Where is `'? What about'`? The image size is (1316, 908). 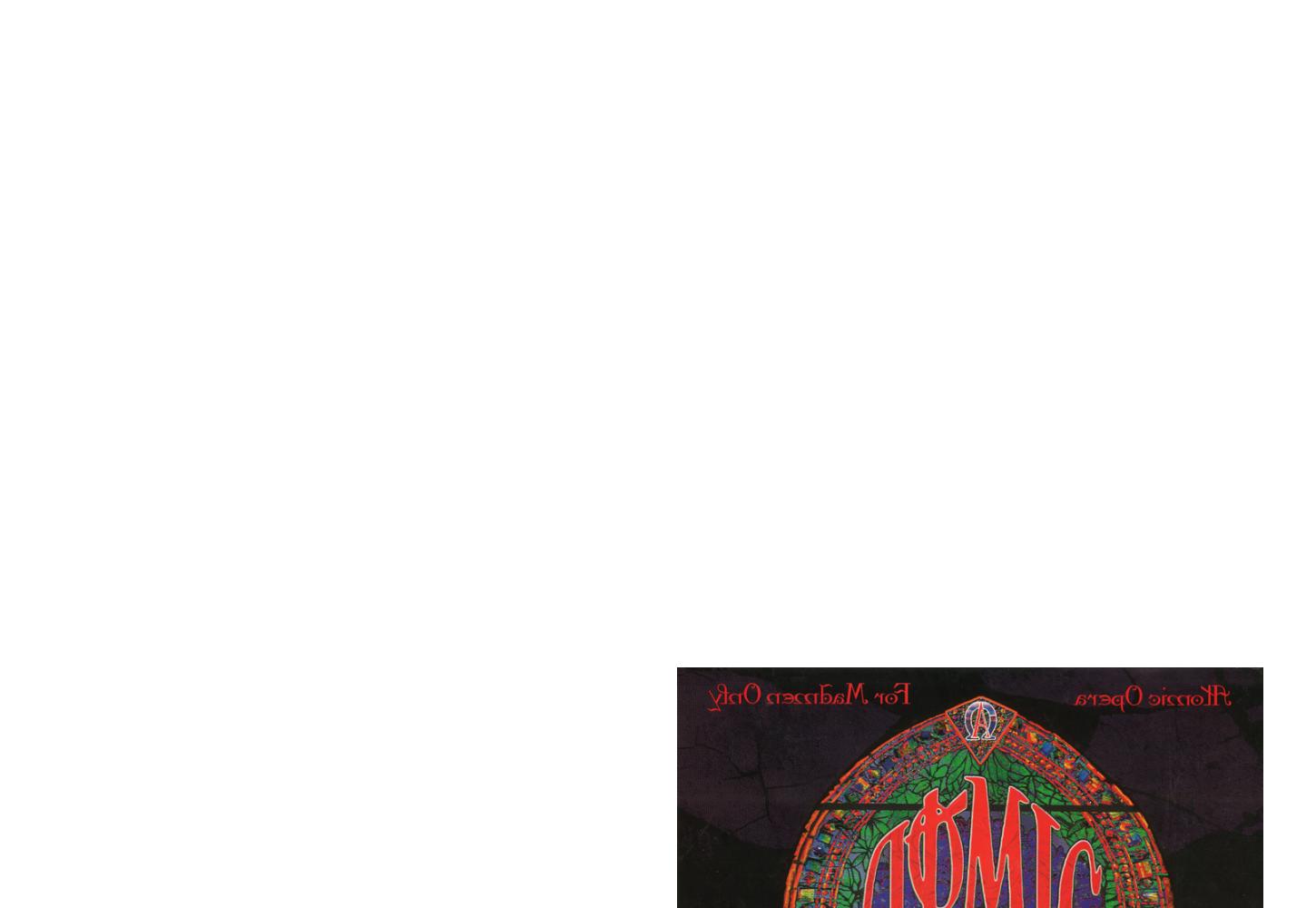
'? What about' is located at coordinates (344, 847).